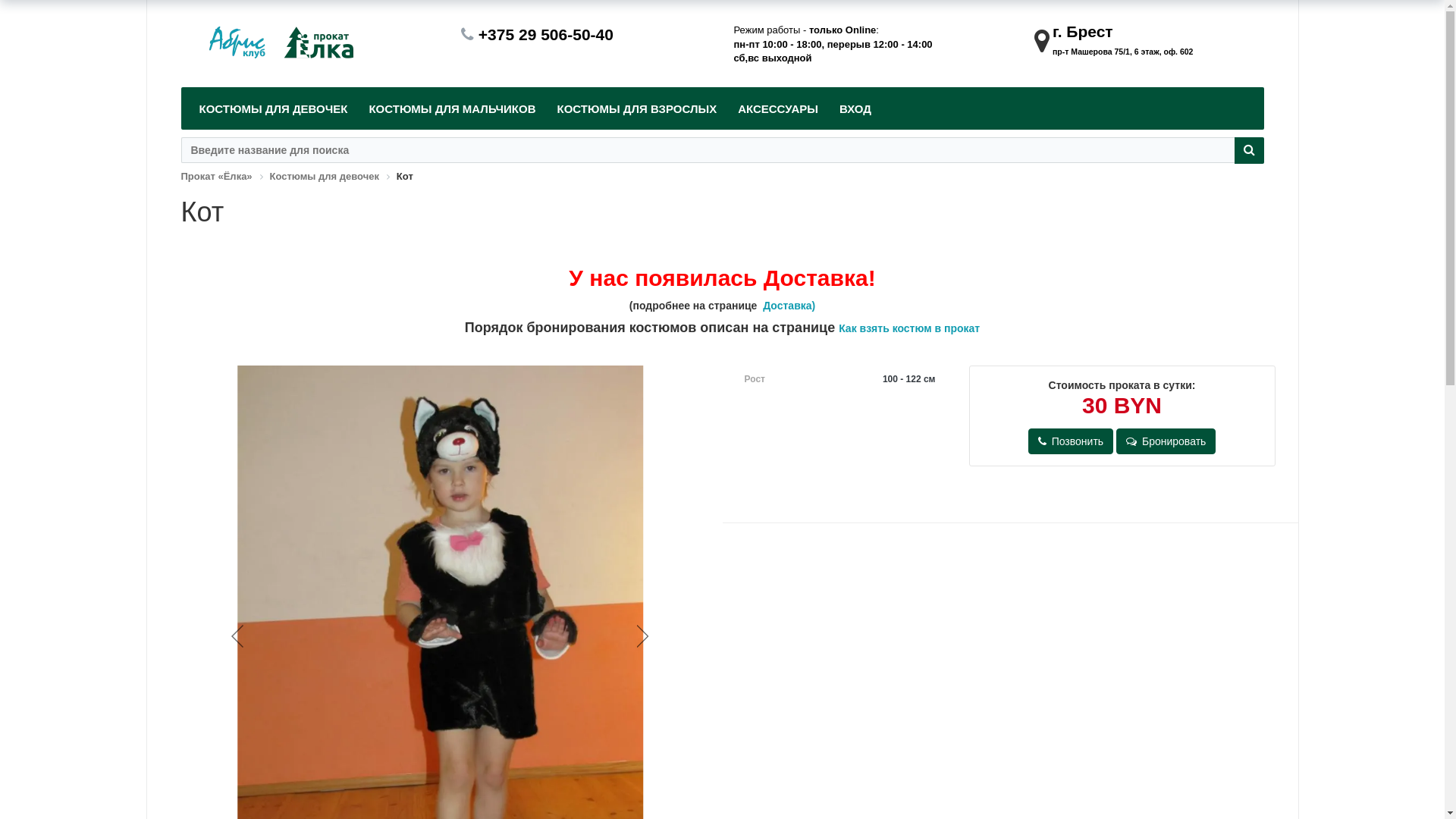  I want to click on '+375 29 506-50-40', so click(477, 34).